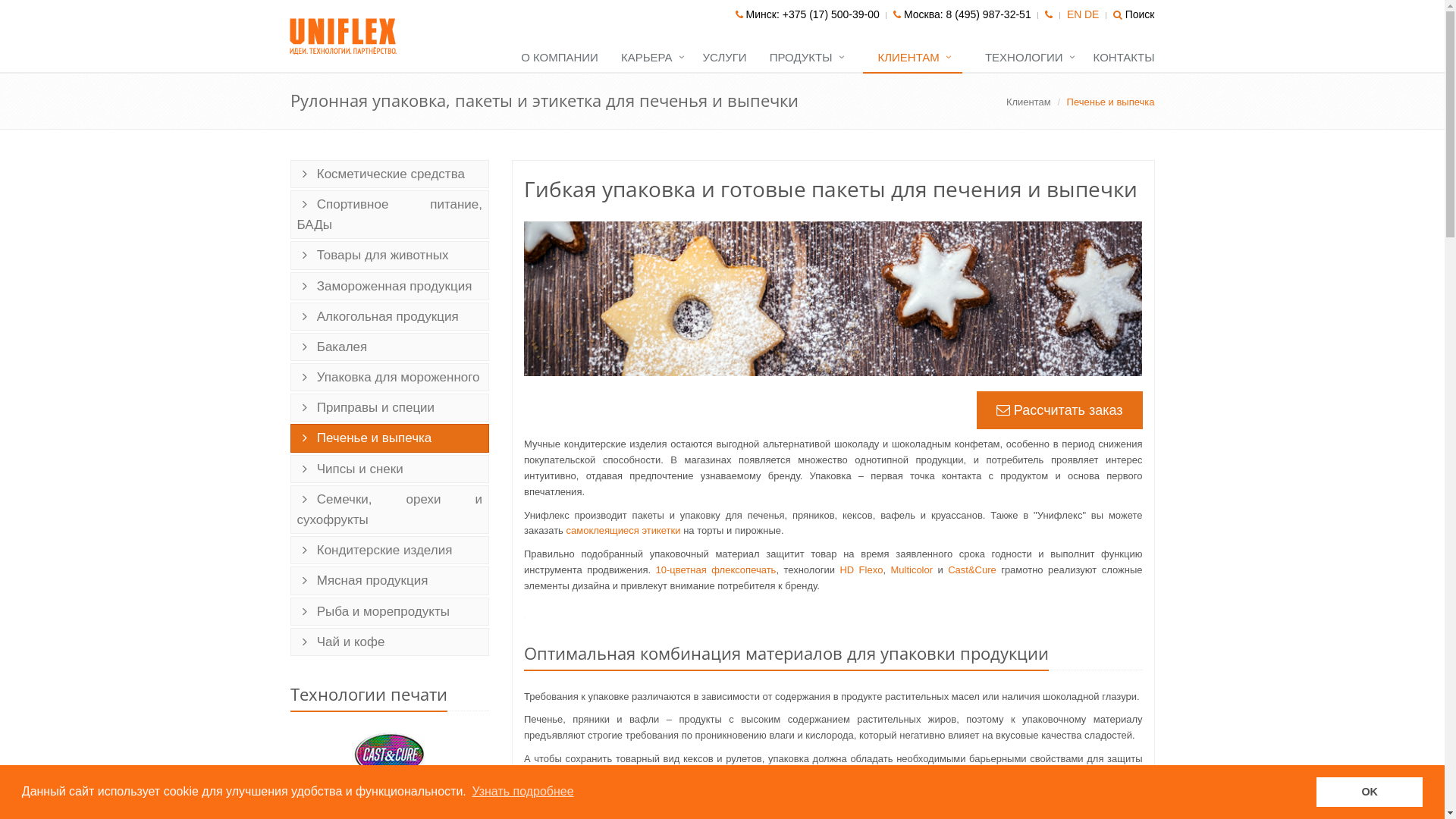 The width and height of the screenshot is (1456, 819). Describe the element at coordinates (1073, 14) in the screenshot. I see `'EN'` at that location.